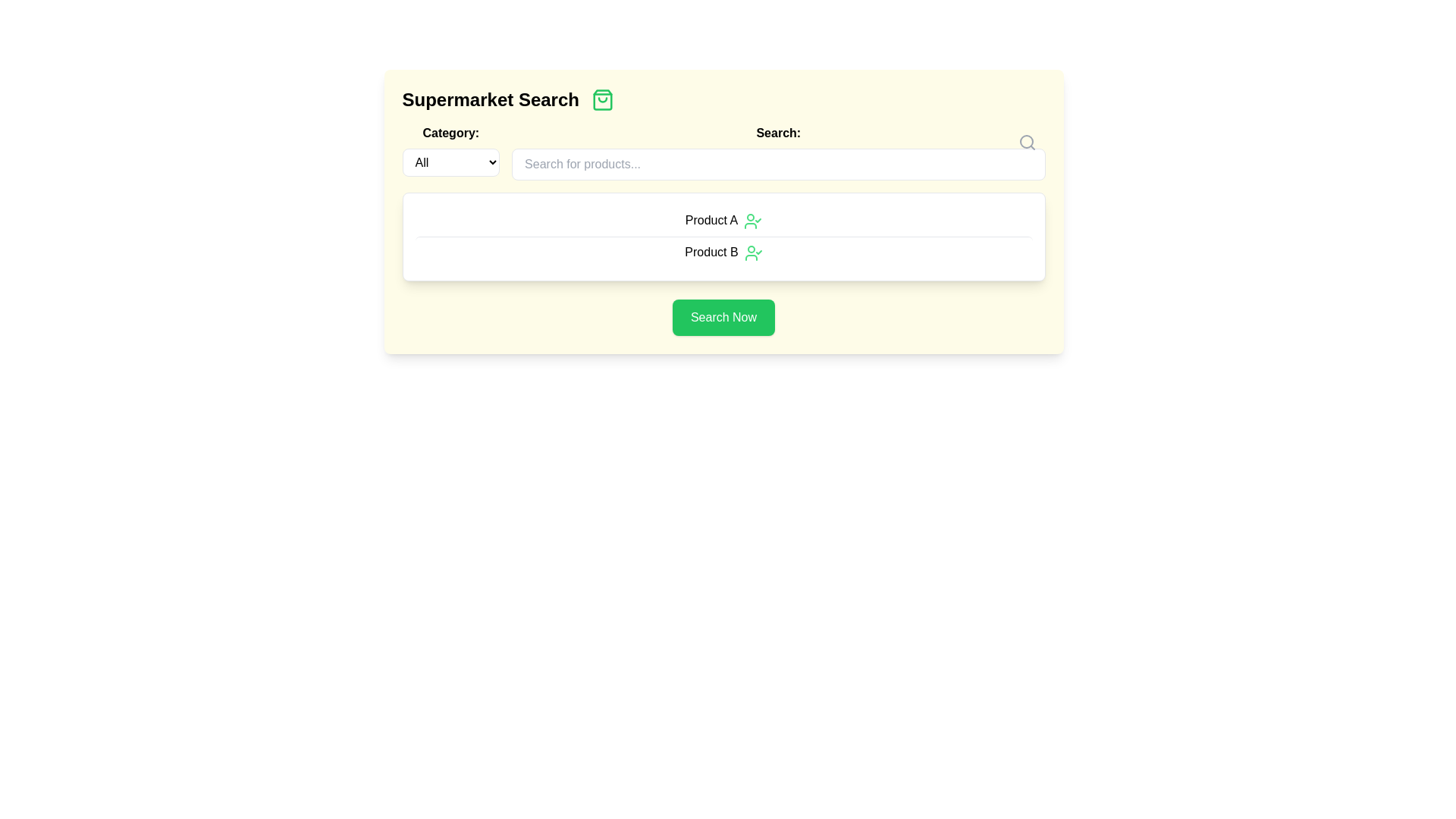 This screenshot has width=1456, height=819. Describe the element at coordinates (1026, 141) in the screenshot. I see `the magnifying glass icon, which is part of the search functionality located at the end of the search input box in the toolbar group` at that location.